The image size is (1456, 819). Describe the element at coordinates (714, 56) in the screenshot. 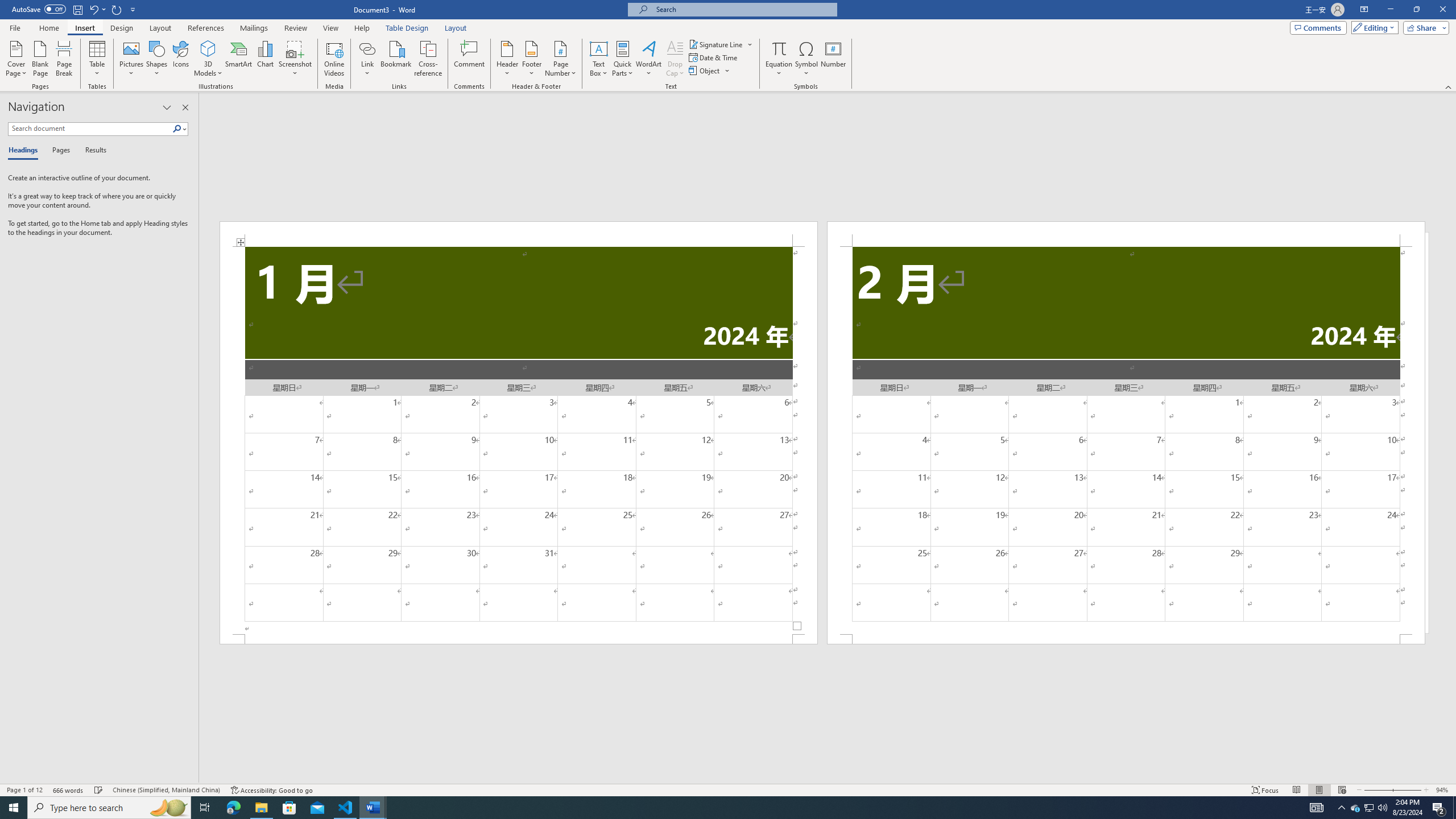

I see `'Date & Time...'` at that location.